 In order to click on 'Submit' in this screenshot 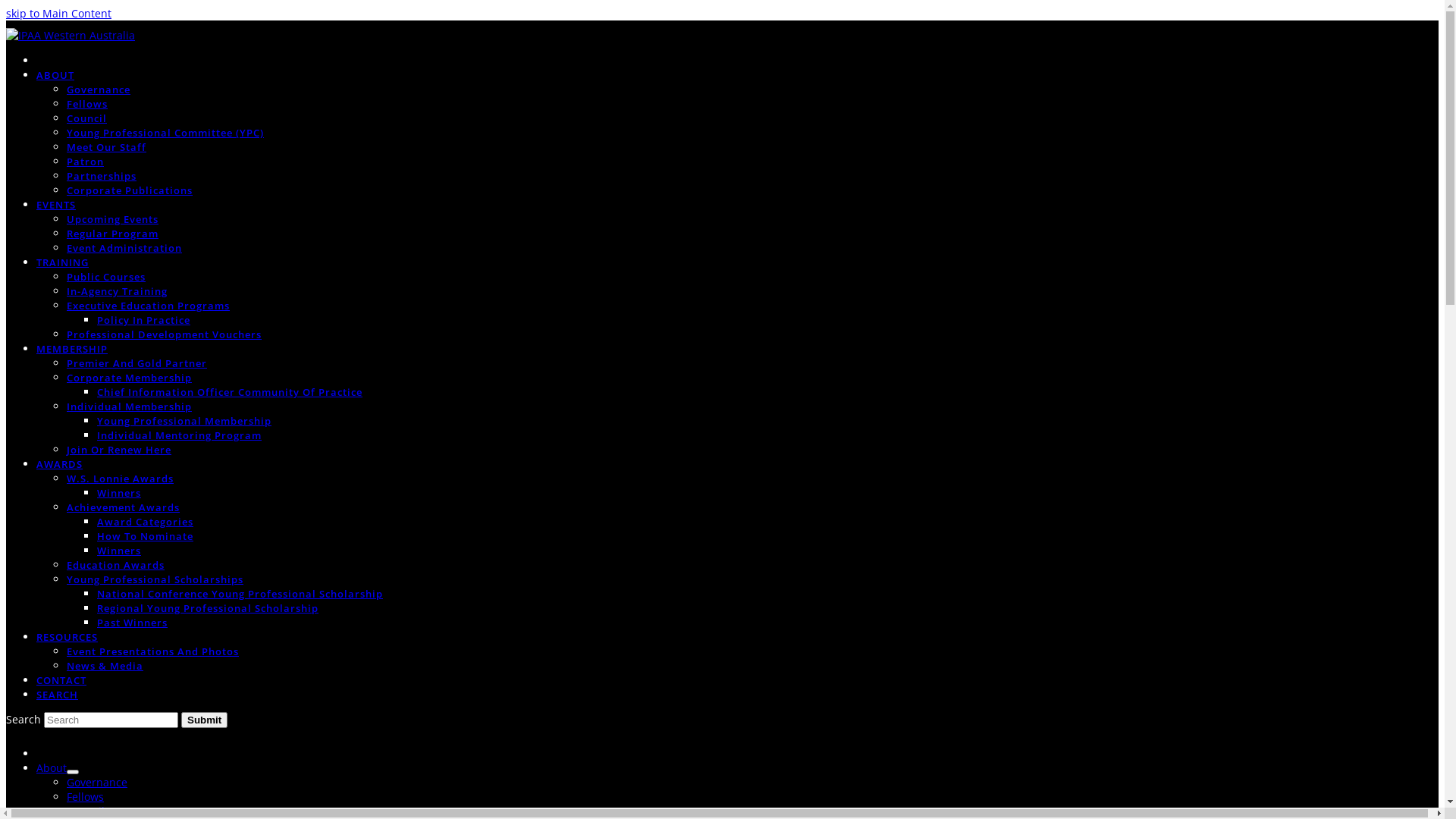, I will do `click(203, 719)`.